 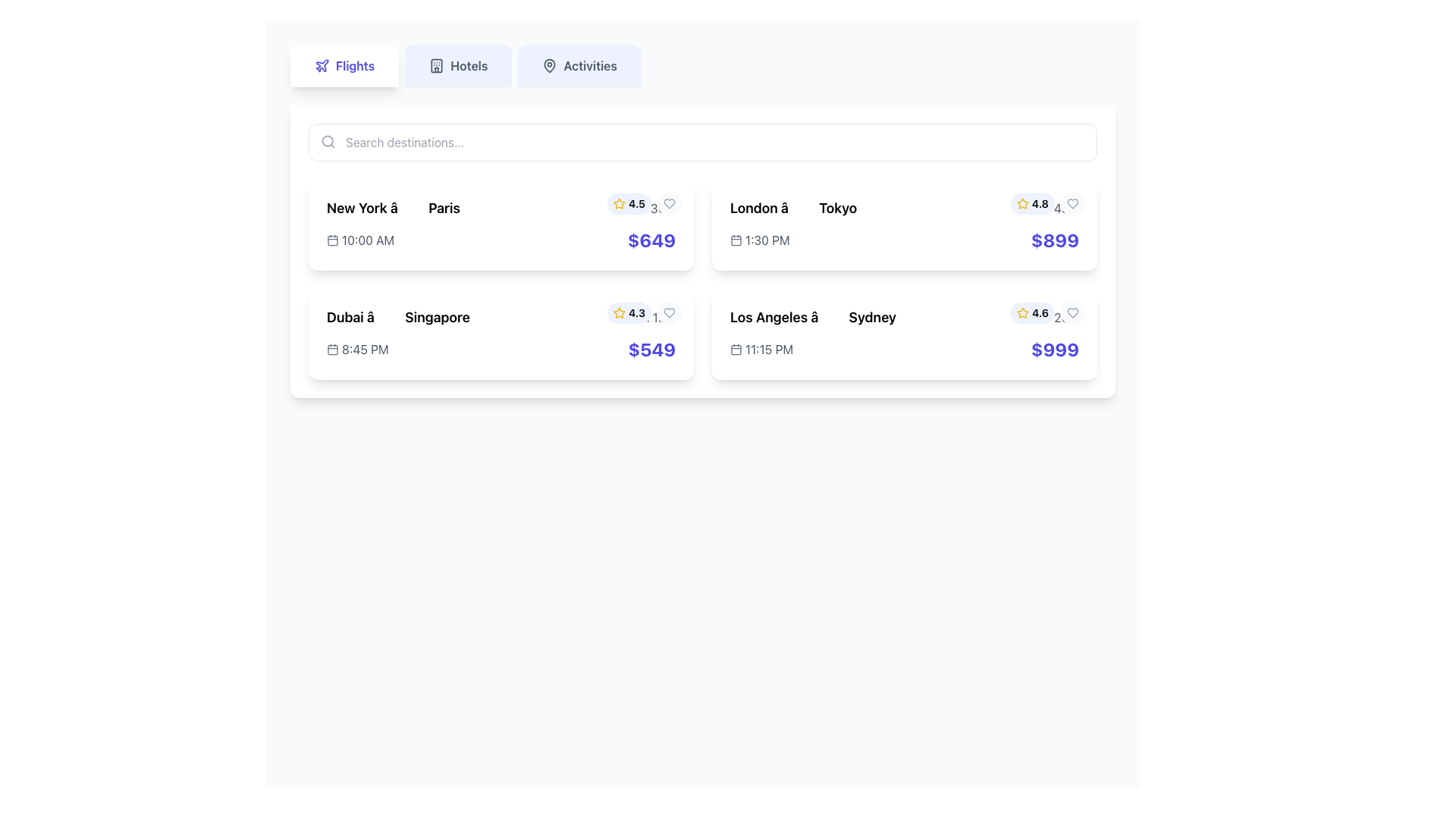 What do you see at coordinates (1072, 203) in the screenshot?
I see `the small circular button with a heart icon located in the upper-right corner of the flight information card from its current position` at bounding box center [1072, 203].